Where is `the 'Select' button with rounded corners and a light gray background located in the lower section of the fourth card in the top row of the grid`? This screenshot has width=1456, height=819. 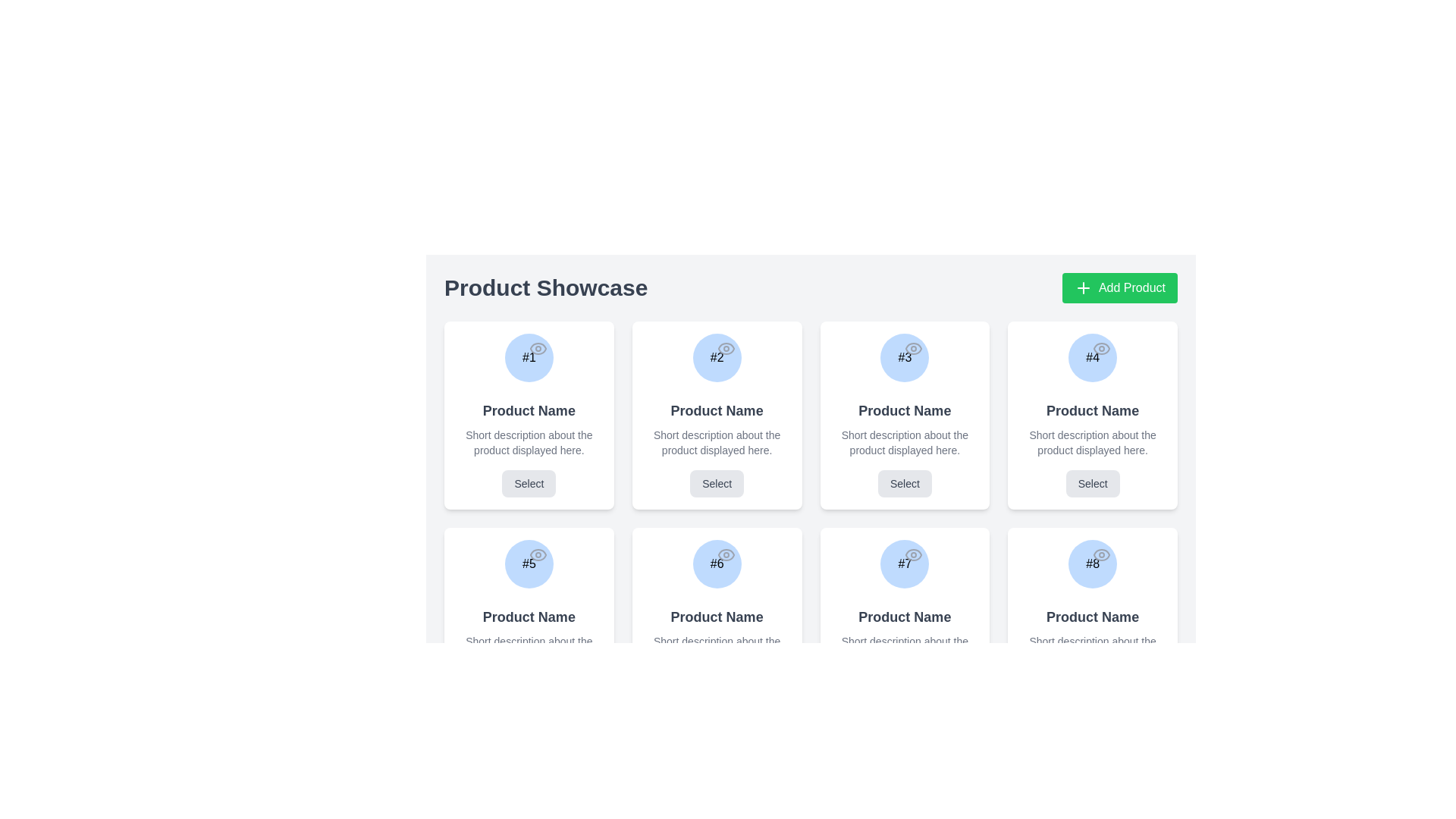
the 'Select' button with rounded corners and a light gray background located in the lower section of the fourth card in the top row of the grid is located at coordinates (1093, 483).